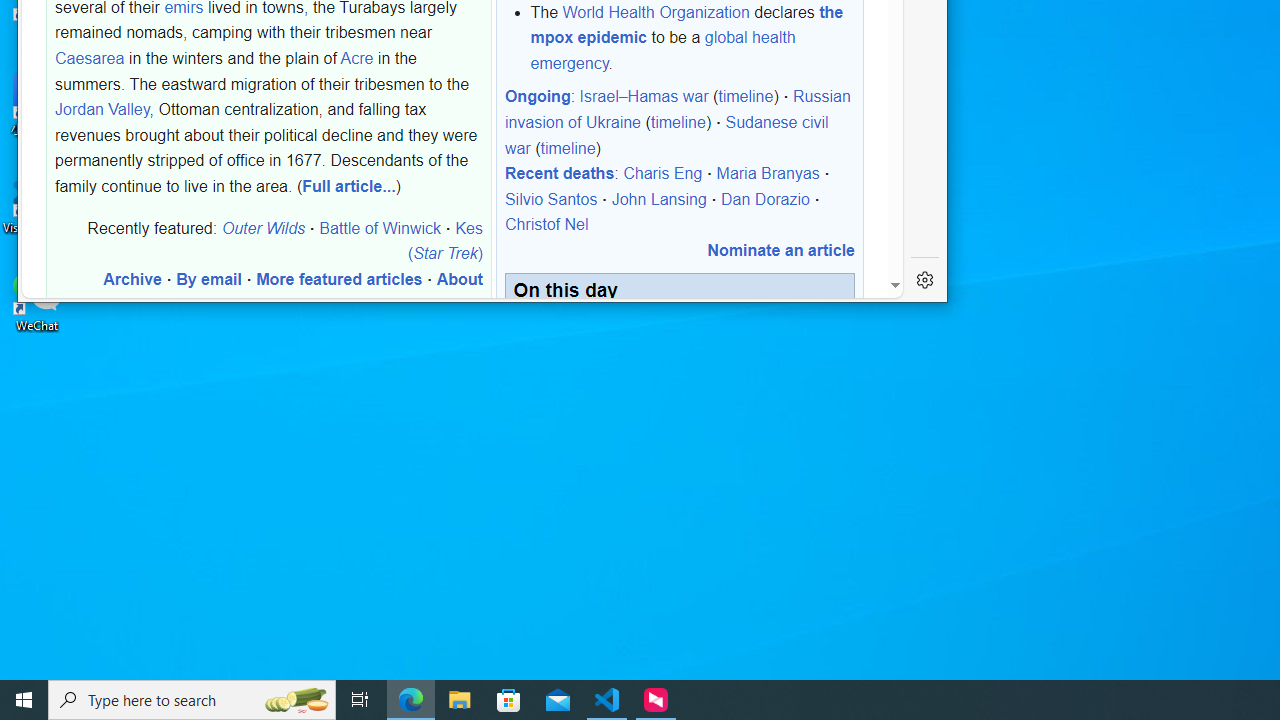 This screenshot has width=1280, height=720. I want to click on 'Recent deaths', so click(559, 172).